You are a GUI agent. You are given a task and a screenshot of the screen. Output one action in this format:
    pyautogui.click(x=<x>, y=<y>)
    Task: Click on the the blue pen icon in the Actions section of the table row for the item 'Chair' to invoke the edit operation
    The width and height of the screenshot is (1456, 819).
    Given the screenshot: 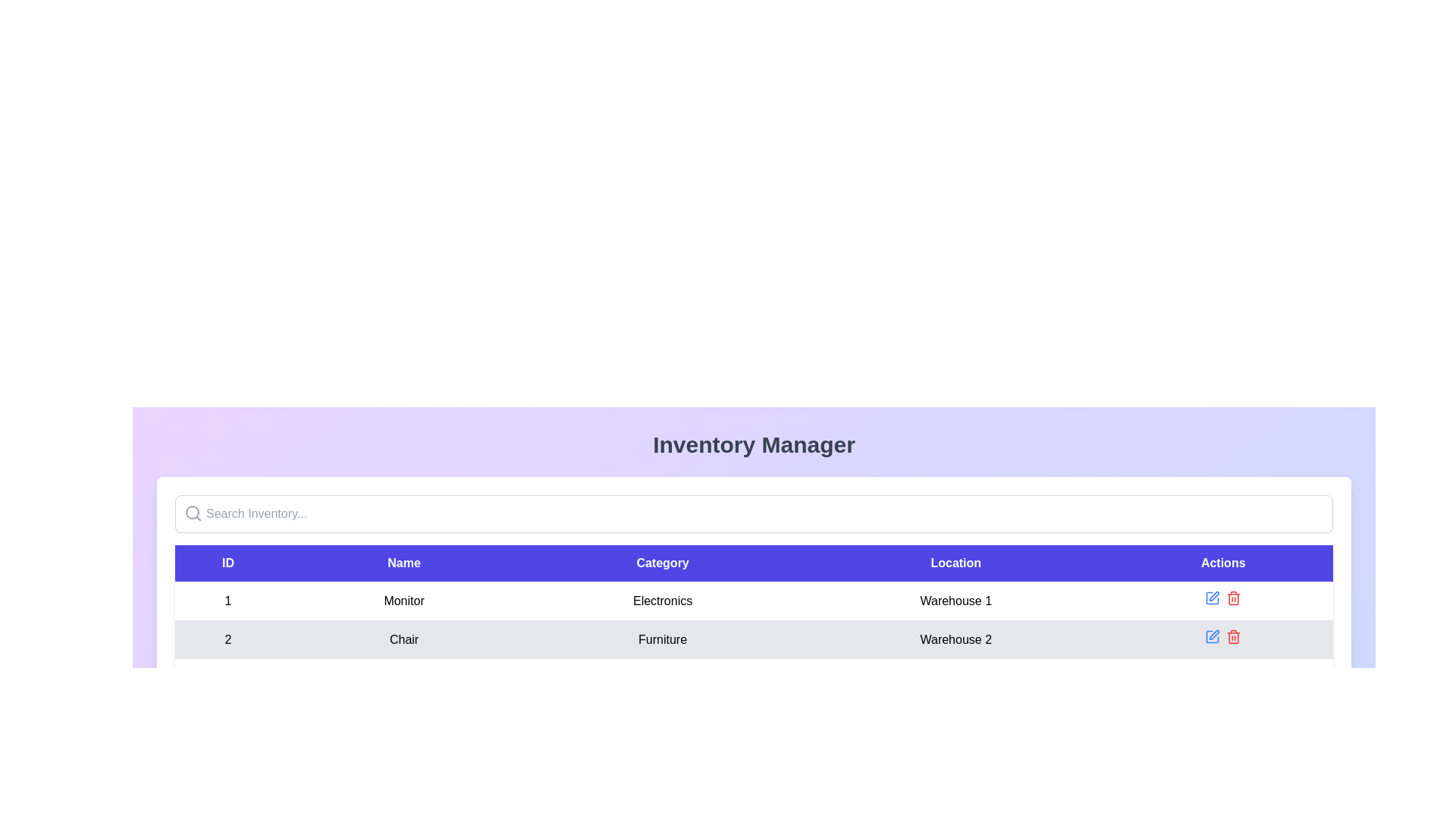 What is the action you would take?
    pyautogui.click(x=1211, y=637)
    